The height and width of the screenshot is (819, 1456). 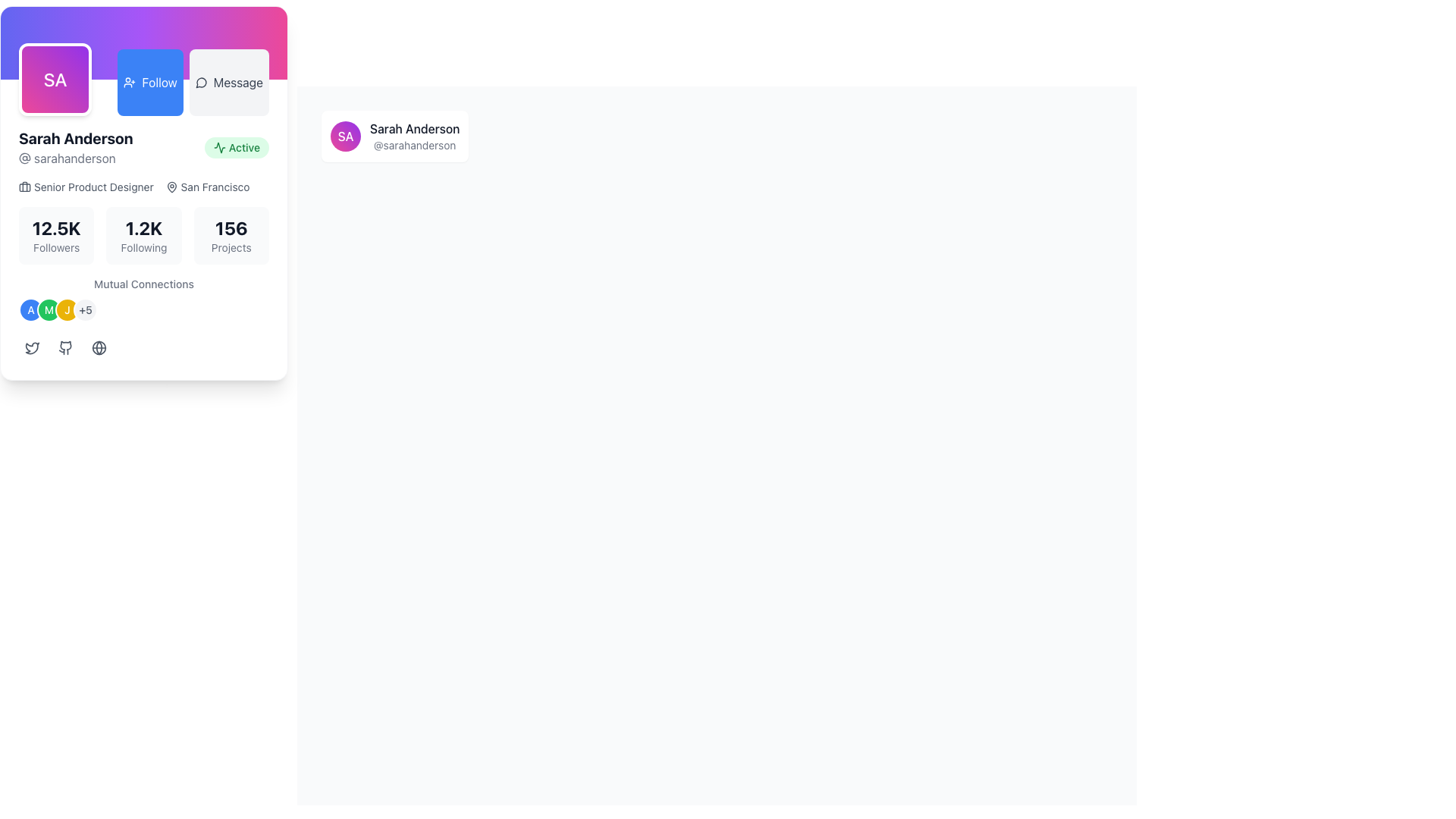 I want to click on the Twitter icon located in the bottom-left area of the profile card interface, which is part of a row of social media icons, so click(x=33, y=348).